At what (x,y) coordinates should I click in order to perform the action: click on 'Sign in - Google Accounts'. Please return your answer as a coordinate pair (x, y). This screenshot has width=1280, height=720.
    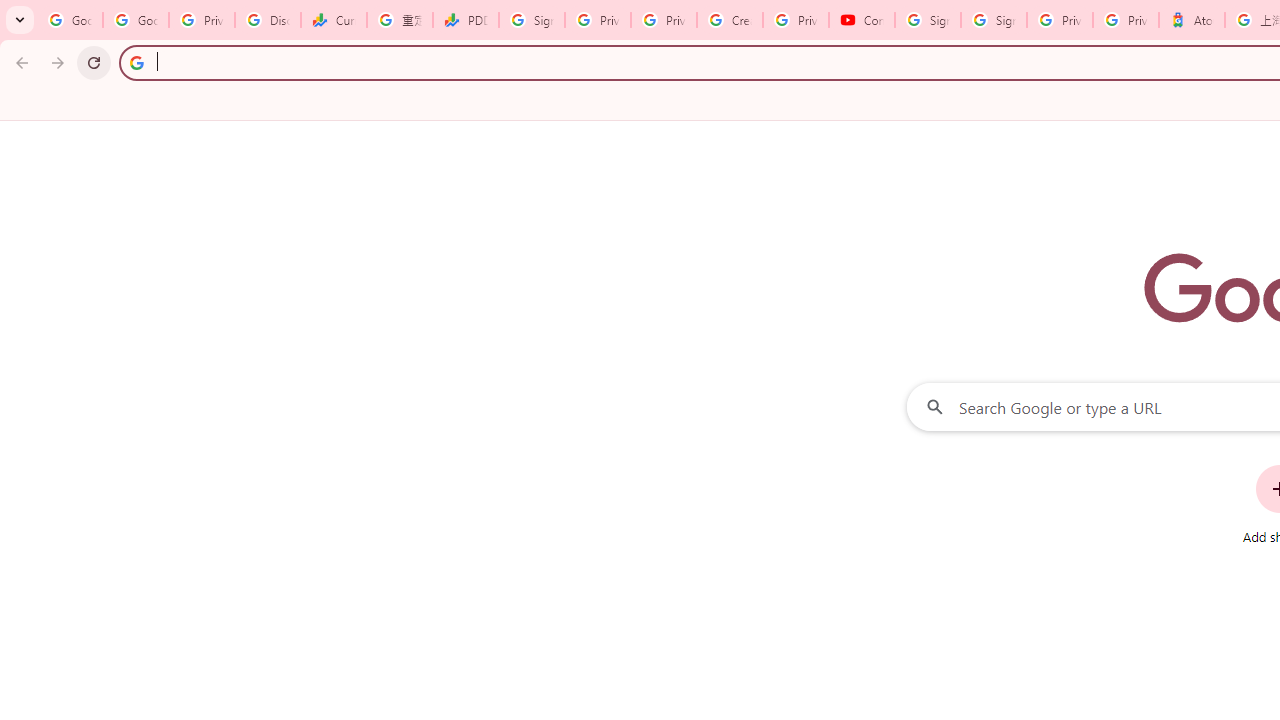
    Looking at the image, I should click on (993, 20).